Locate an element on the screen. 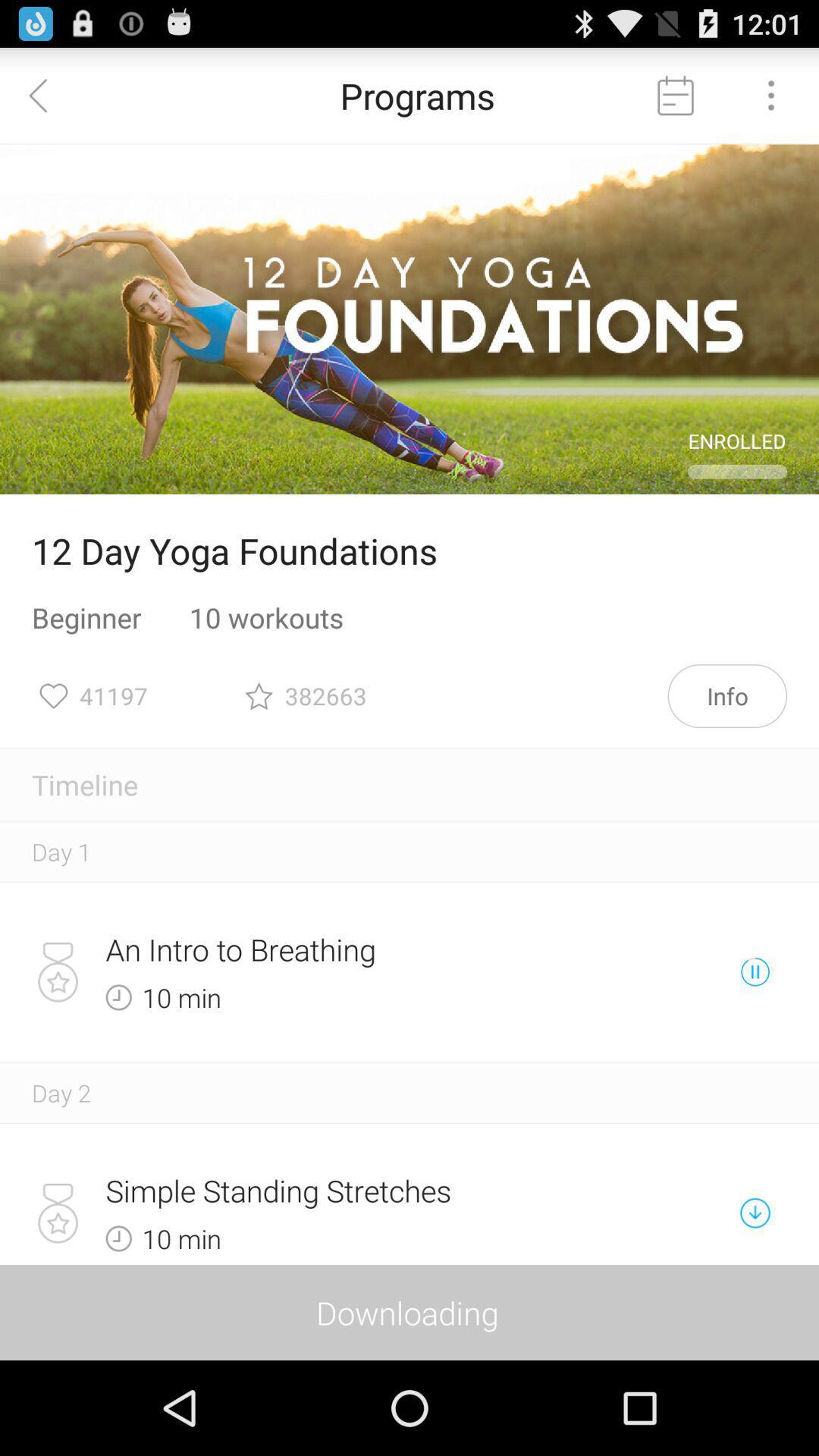  item at the top left corner is located at coordinates (46, 94).